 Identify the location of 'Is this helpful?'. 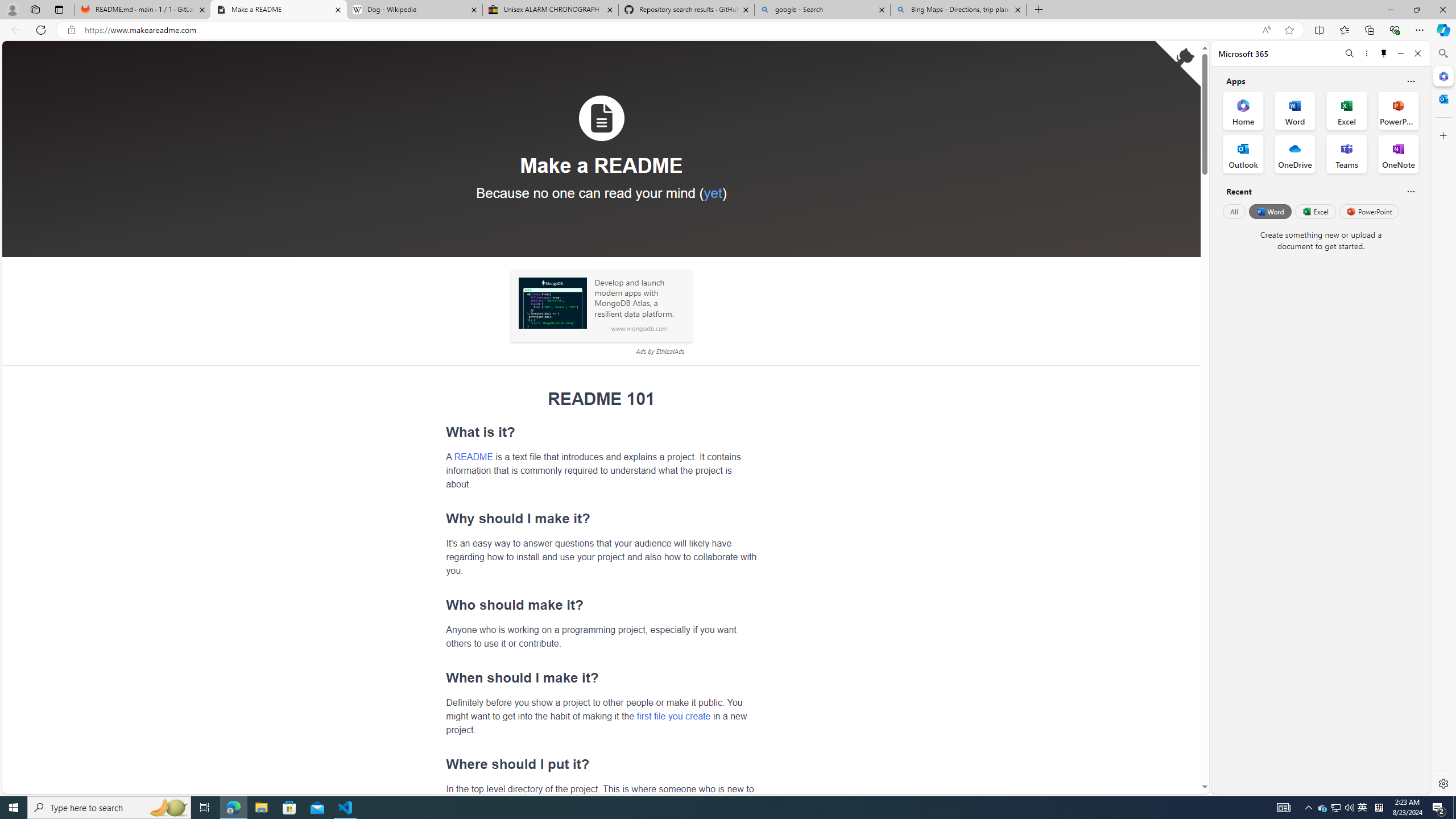
(1410, 191).